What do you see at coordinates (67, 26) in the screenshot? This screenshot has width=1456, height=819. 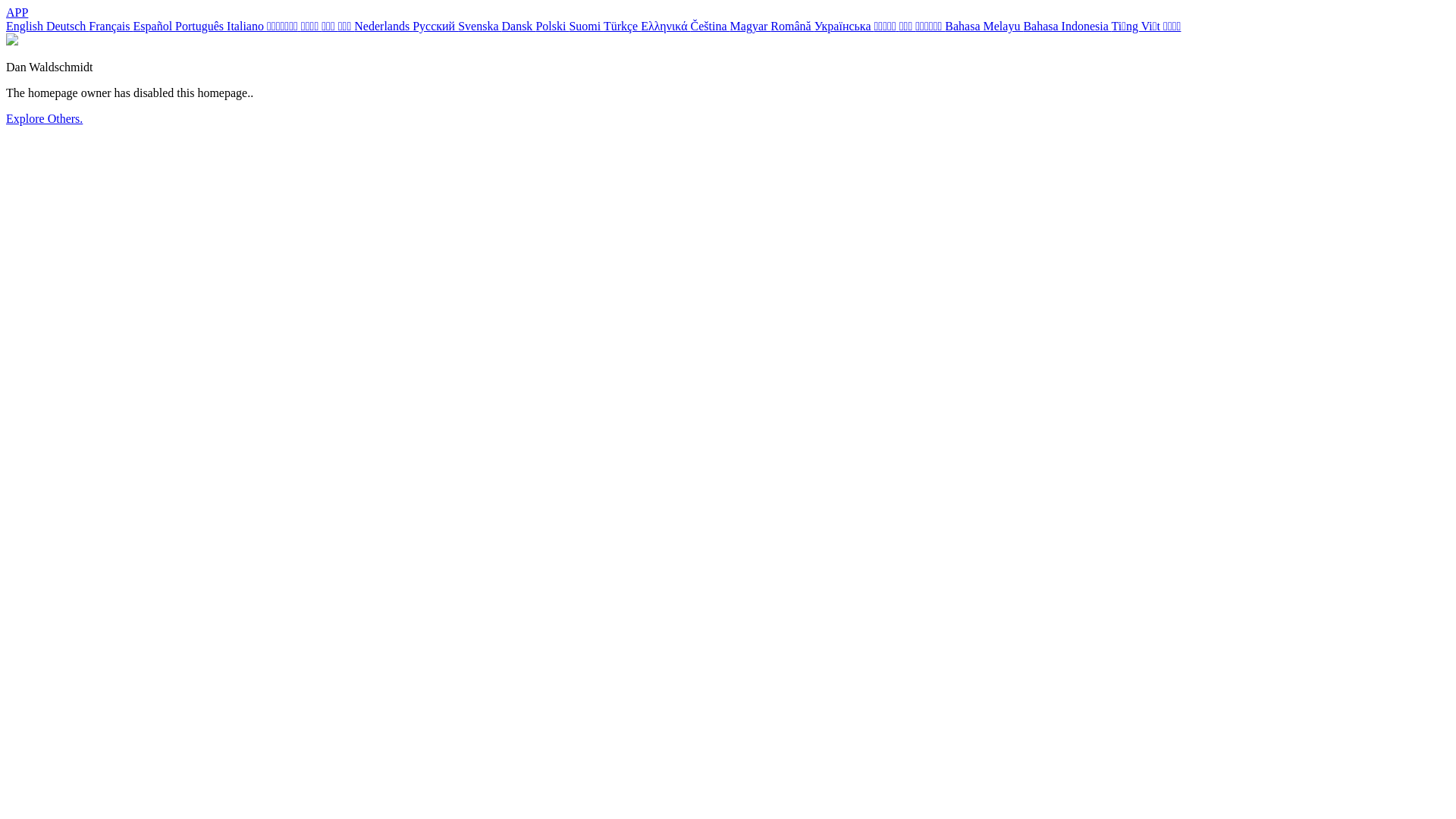 I see `'Deutsch'` at bounding box center [67, 26].